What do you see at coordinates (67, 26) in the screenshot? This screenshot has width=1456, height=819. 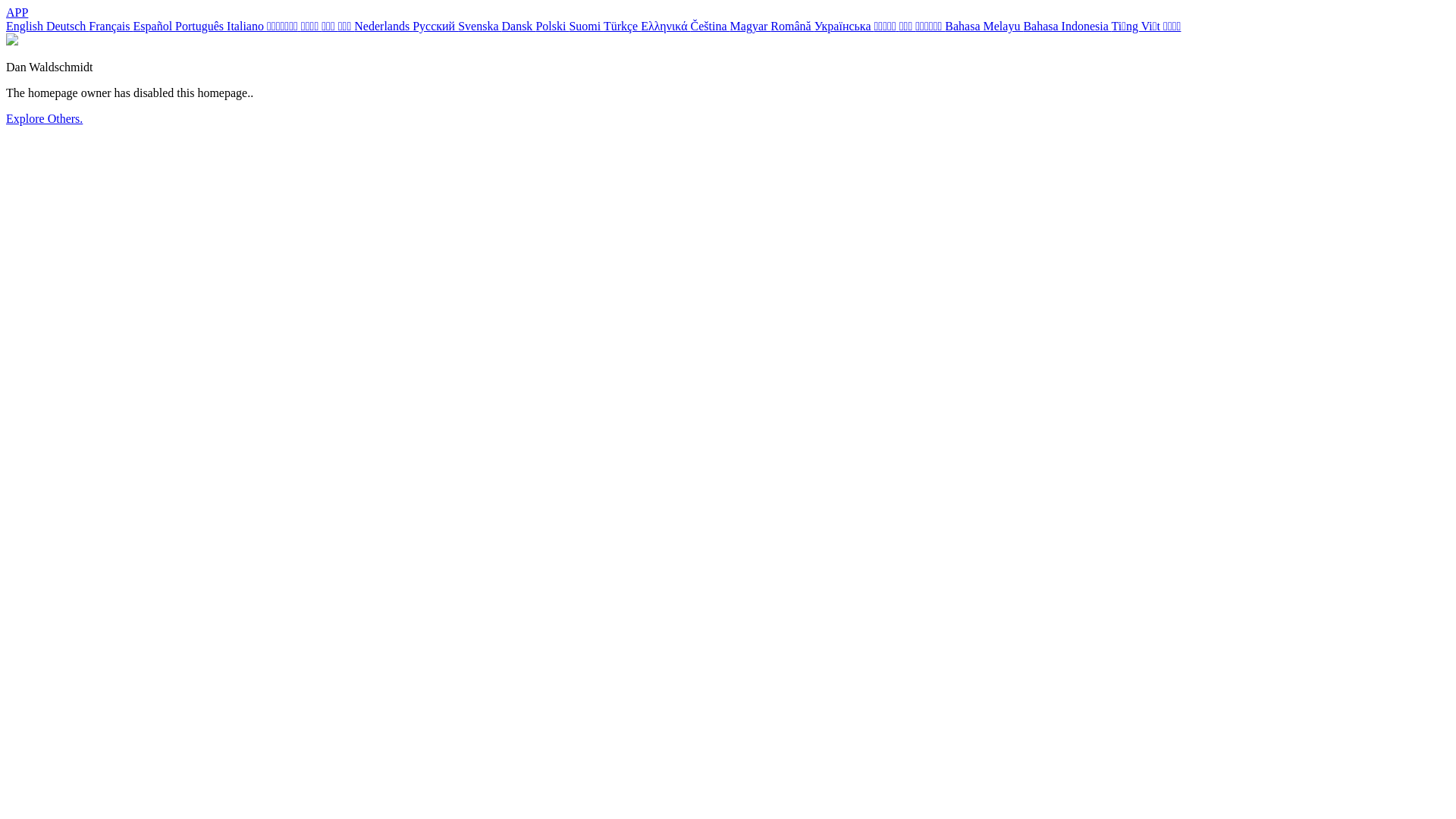 I see `'Deutsch'` at bounding box center [67, 26].